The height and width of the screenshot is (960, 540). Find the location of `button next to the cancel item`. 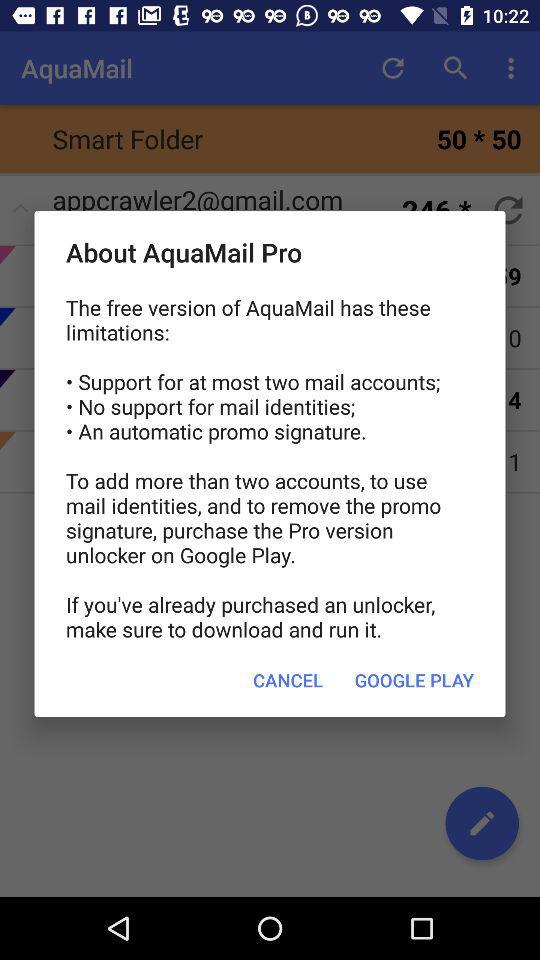

button next to the cancel item is located at coordinates (413, 680).